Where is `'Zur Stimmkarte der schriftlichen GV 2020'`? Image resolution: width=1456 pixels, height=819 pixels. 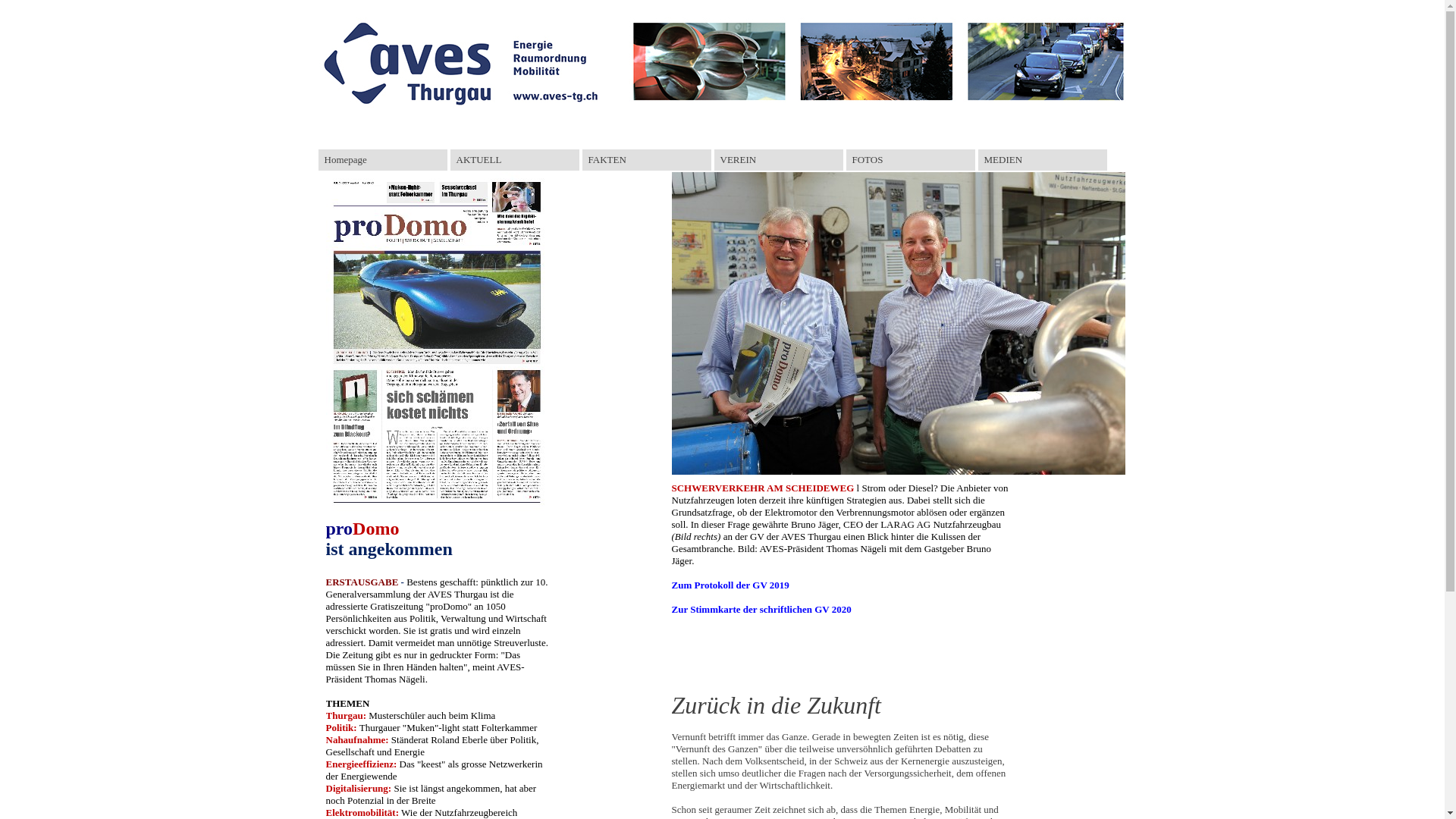 'Zur Stimmkarte der schriftlichen GV 2020' is located at coordinates (761, 608).